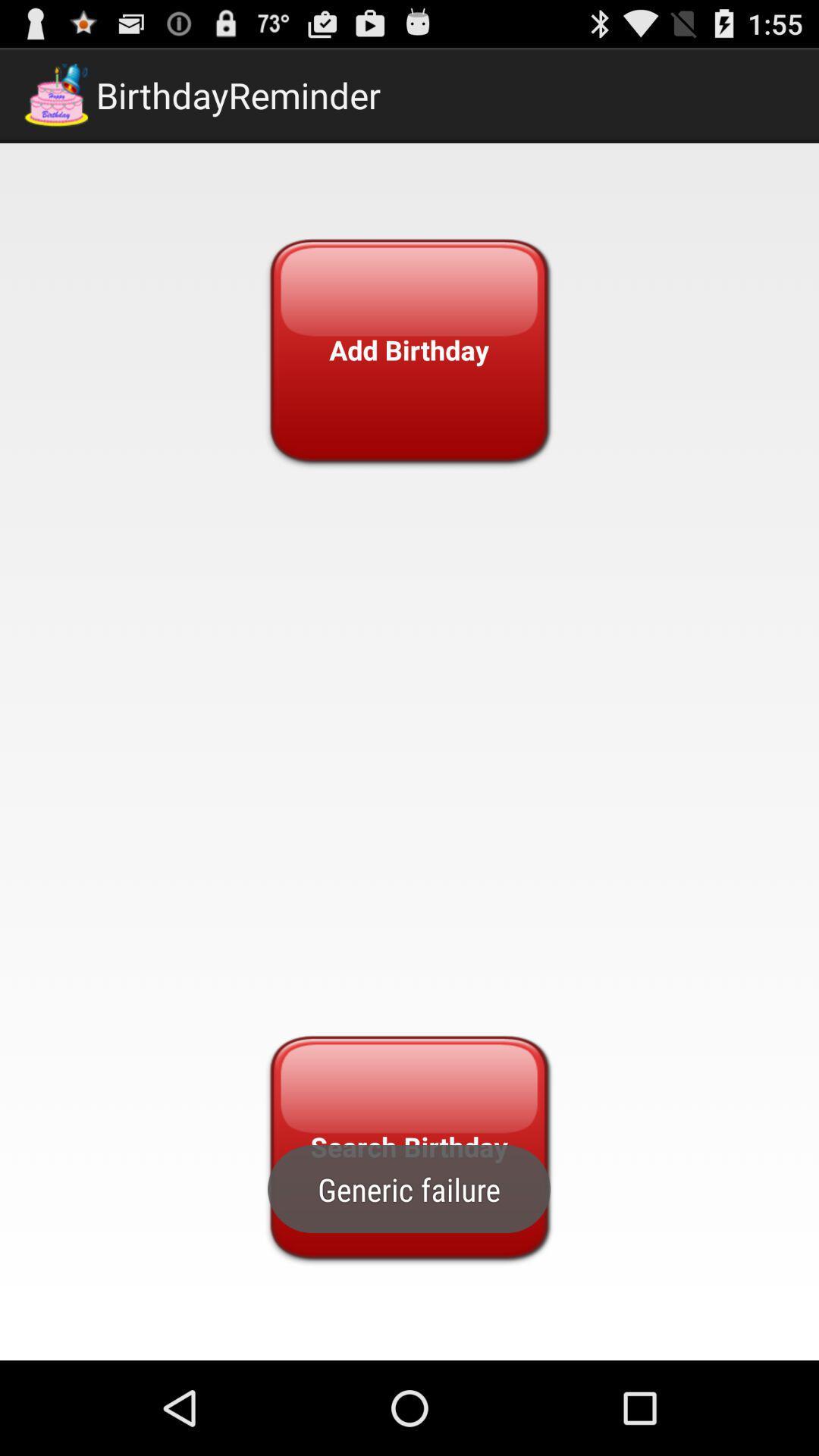 The width and height of the screenshot is (819, 1456). Describe the element at coordinates (408, 1147) in the screenshot. I see `icon below add birthday item` at that location.